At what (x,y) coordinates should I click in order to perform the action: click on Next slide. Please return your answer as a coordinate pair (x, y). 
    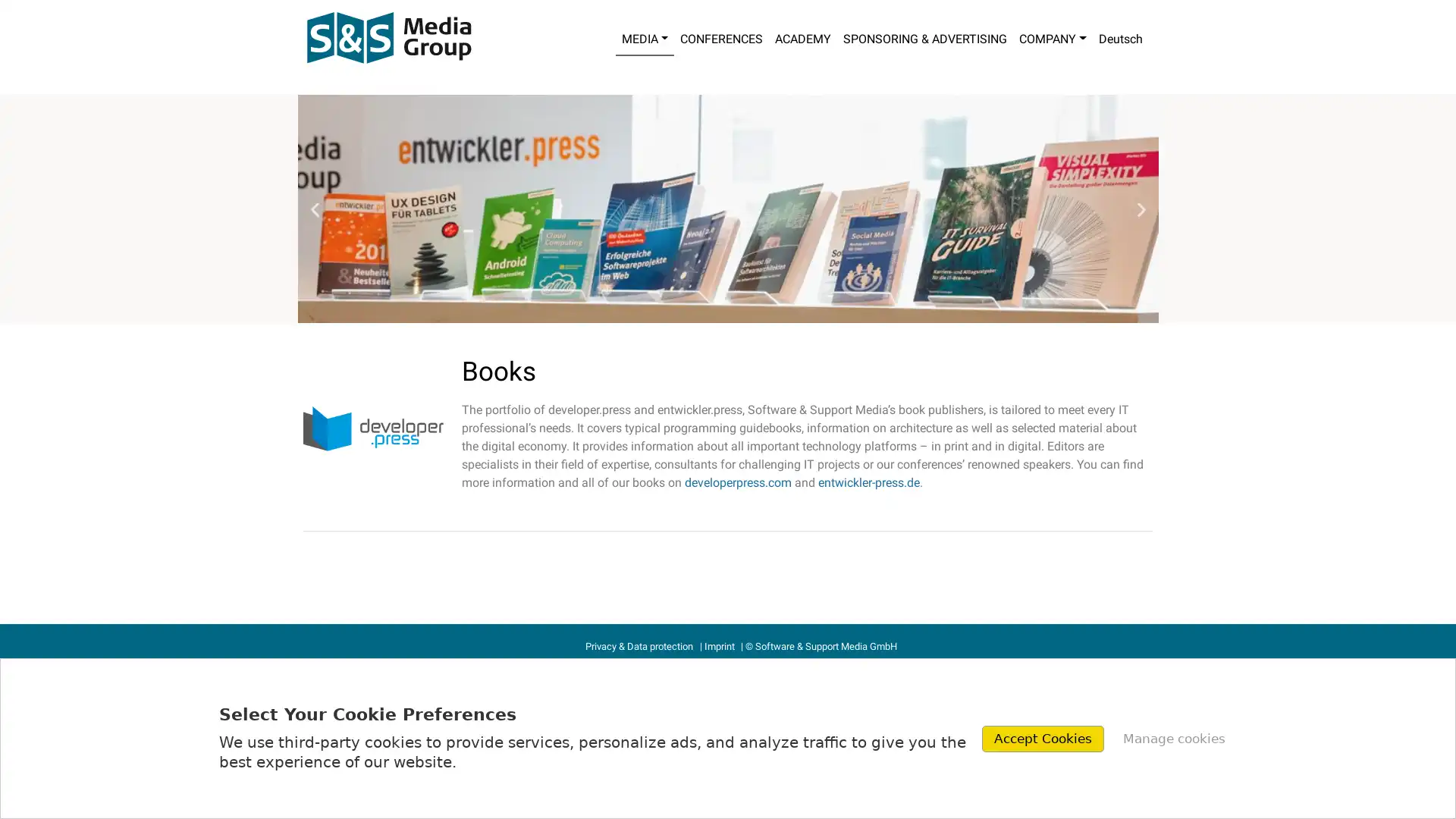
    Looking at the image, I should click on (1141, 209).